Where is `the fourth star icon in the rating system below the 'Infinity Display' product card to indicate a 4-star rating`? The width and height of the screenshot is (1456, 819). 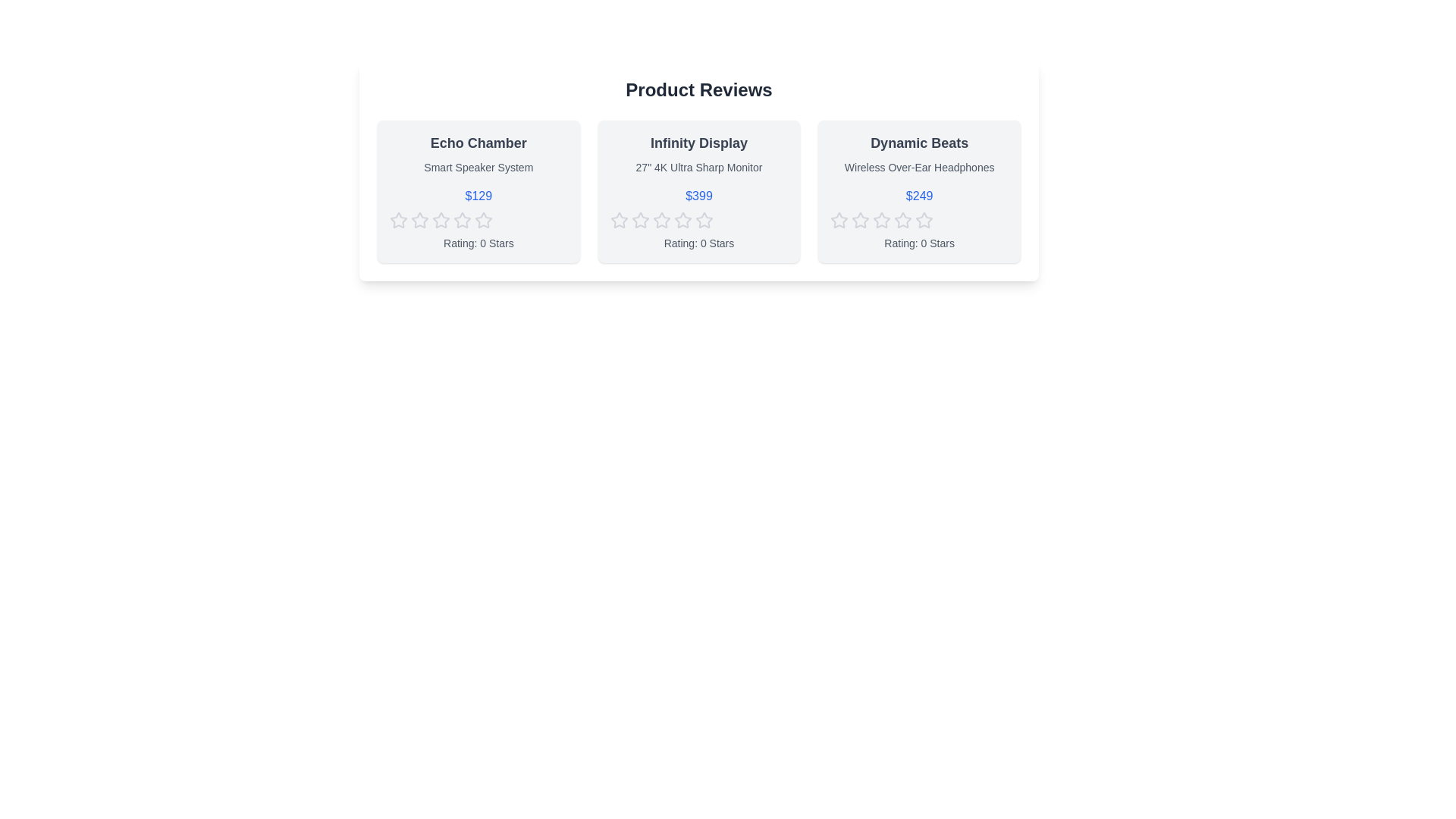 the fourth star icon in the rating system below the 'Infinity Display' product card to indicate a 4-star rating is located at coordinates (682, 220).